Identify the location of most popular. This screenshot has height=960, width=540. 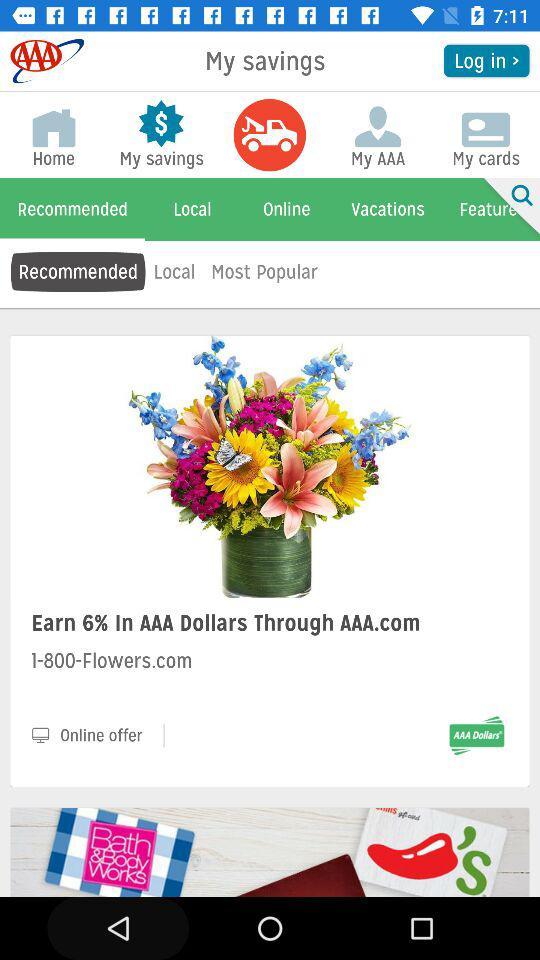
(264, 270).